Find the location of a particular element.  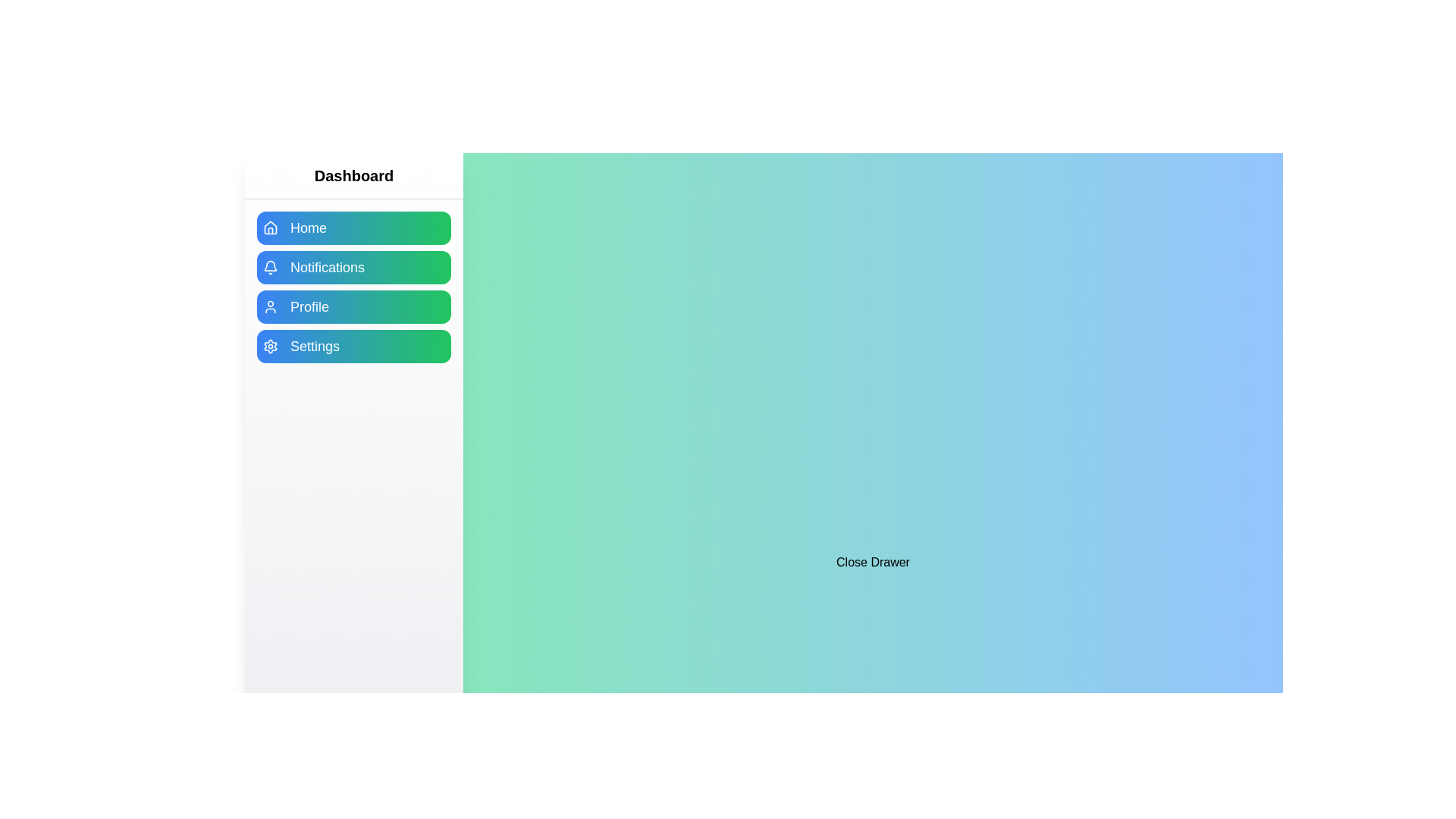

the 'Dashboard' label to examine its content is located at coordinates (353, 175).